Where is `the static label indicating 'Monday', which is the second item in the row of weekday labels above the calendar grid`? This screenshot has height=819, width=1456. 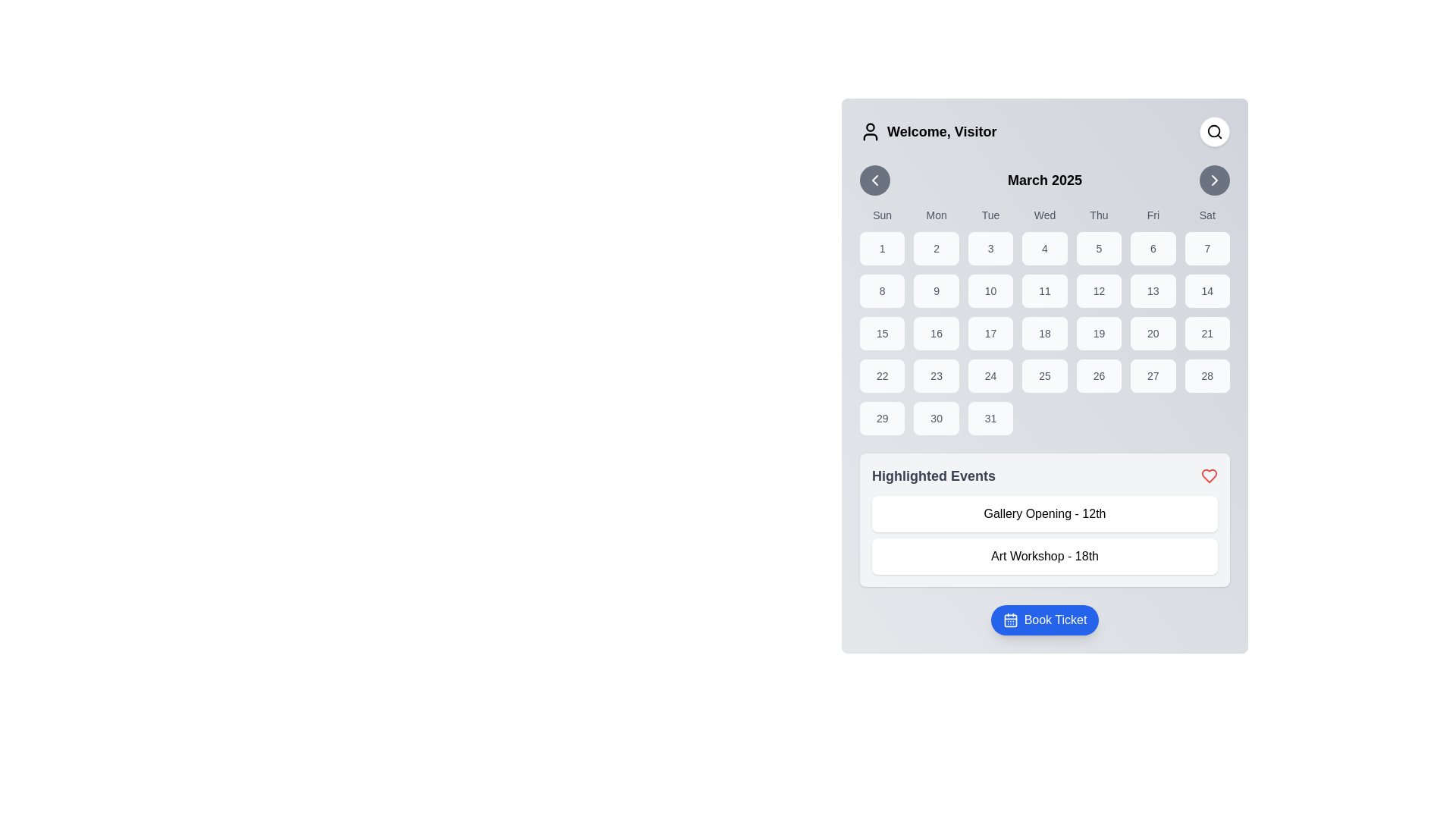
the static label indicating 'Monday', which is the second item in the row of weekday labels above the calendar grid is located at coordinates (936, 215).